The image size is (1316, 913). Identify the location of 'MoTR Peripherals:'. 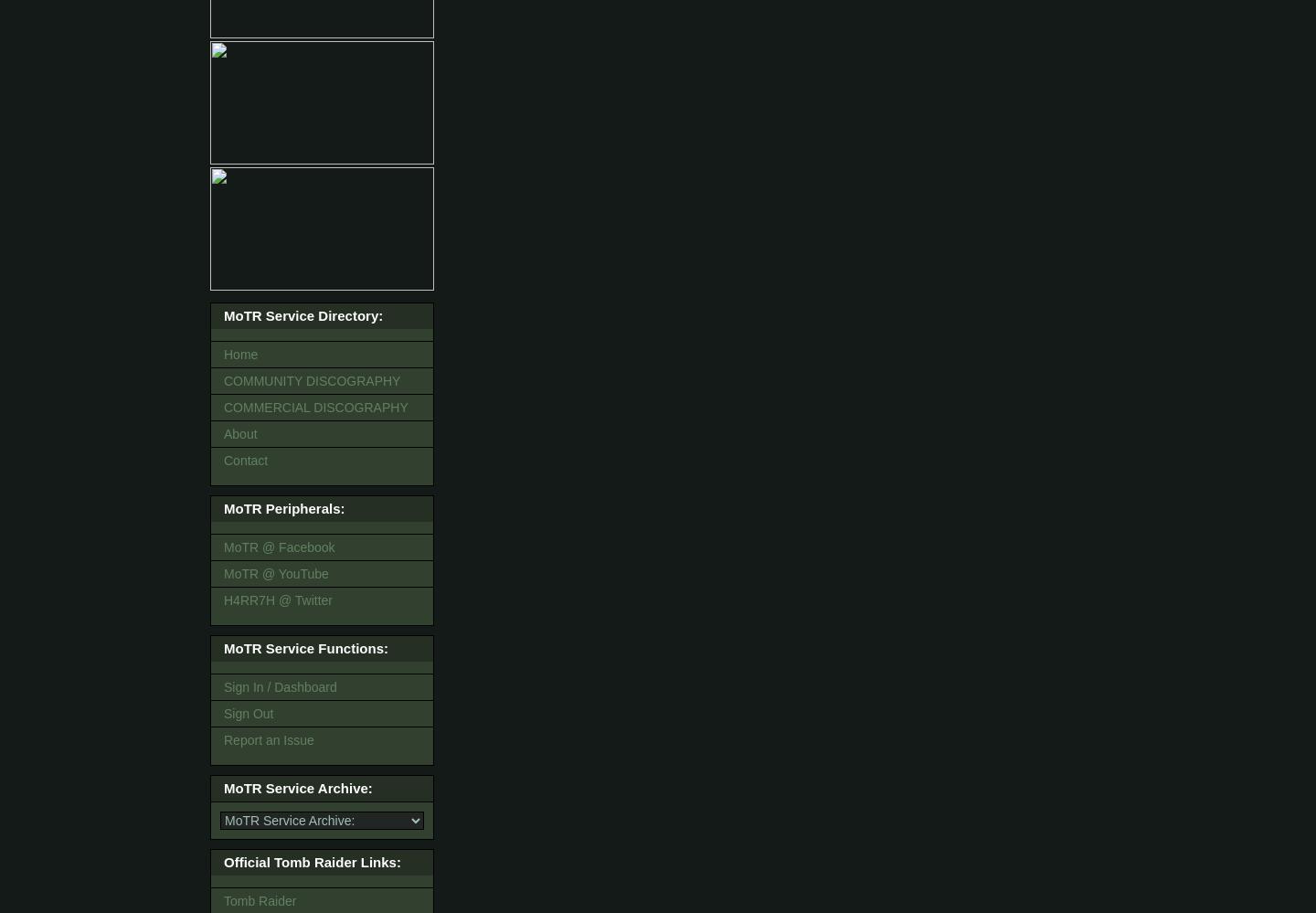
(284, 508).